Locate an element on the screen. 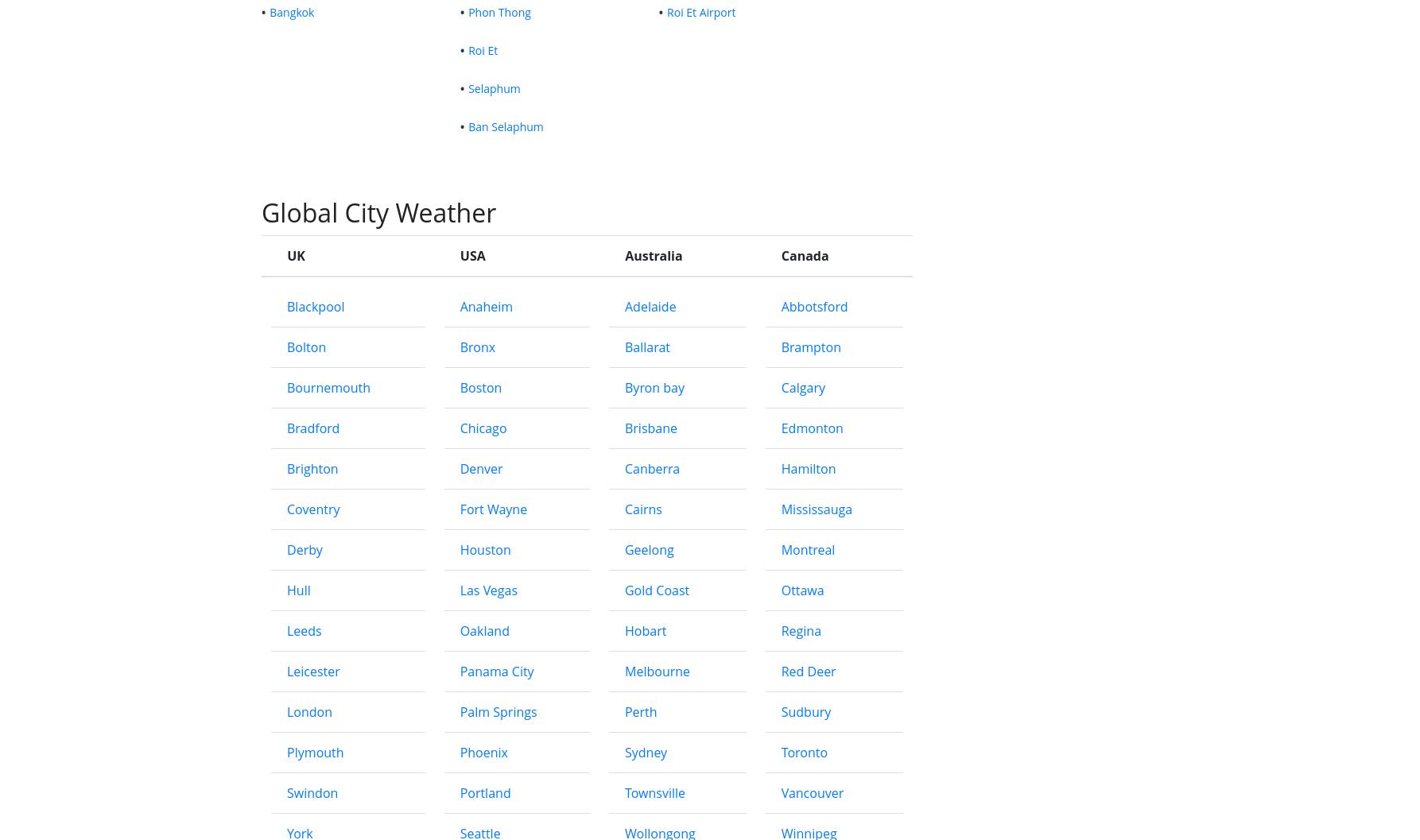 Image resolution: width=1420 pixels, height=840 pixels. 'Montreal' is located at coordinates (808, 784).